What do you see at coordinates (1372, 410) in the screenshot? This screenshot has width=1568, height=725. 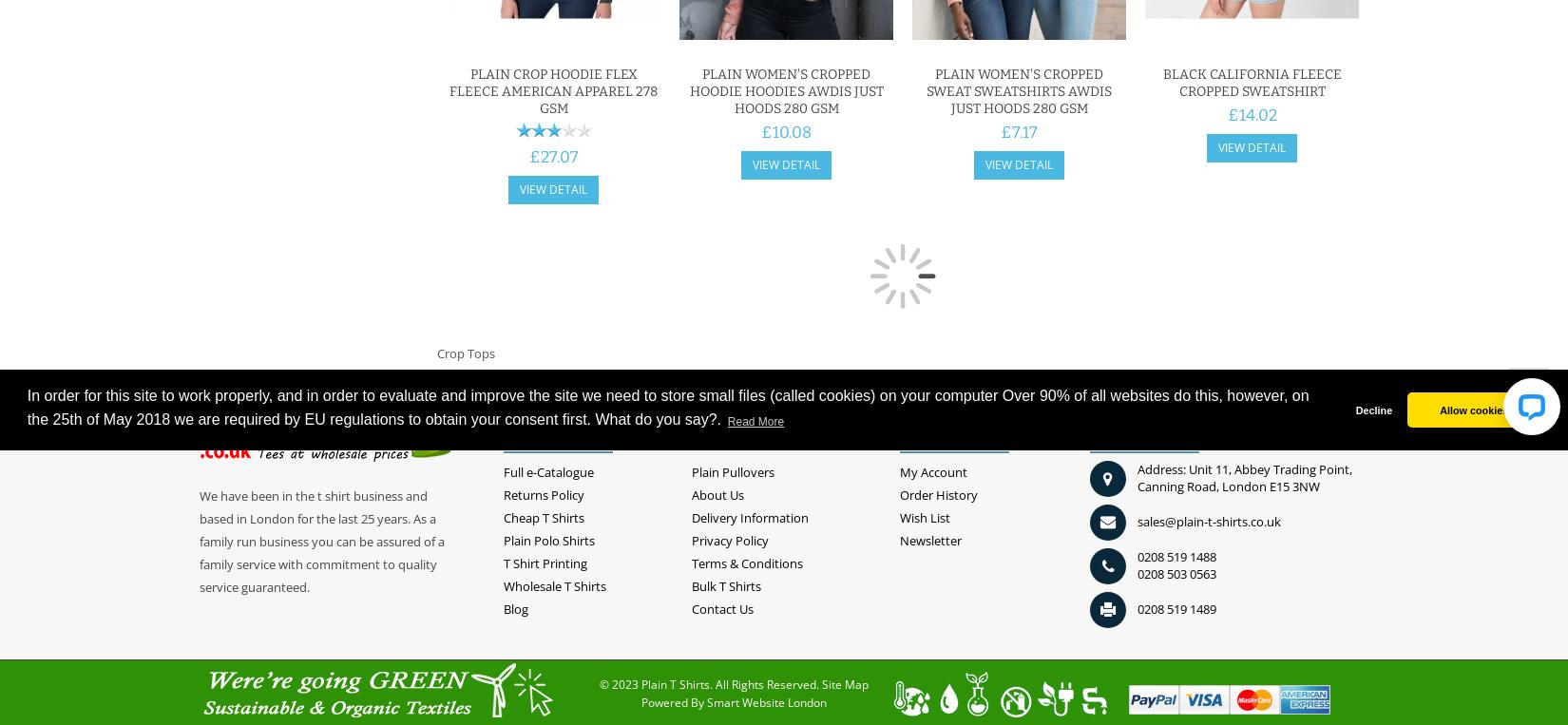 I see `'Decline'` at bounding box center [1372, 410].